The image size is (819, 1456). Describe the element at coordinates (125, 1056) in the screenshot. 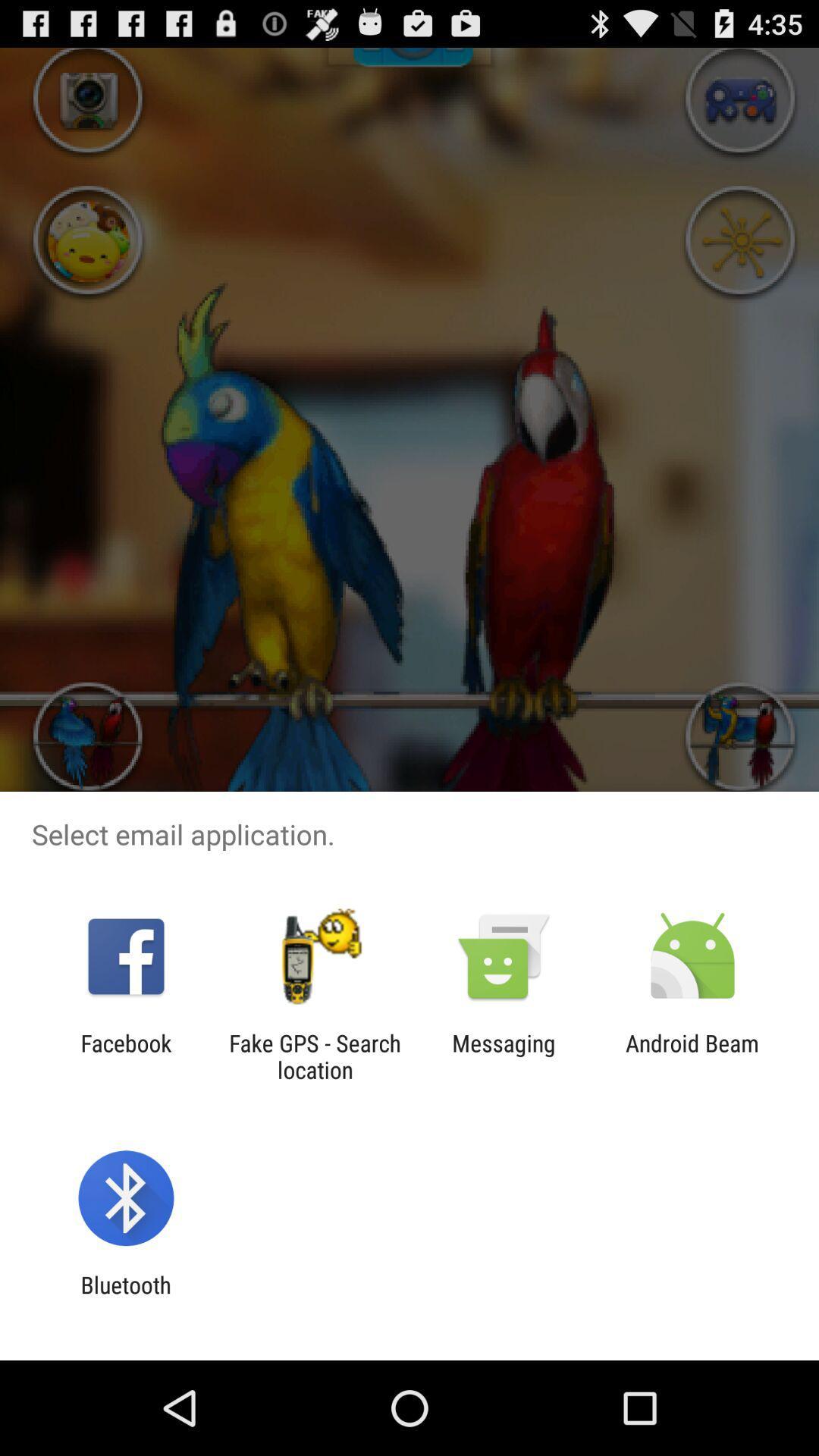

I see `app next to the fake gps search icon` at that location.